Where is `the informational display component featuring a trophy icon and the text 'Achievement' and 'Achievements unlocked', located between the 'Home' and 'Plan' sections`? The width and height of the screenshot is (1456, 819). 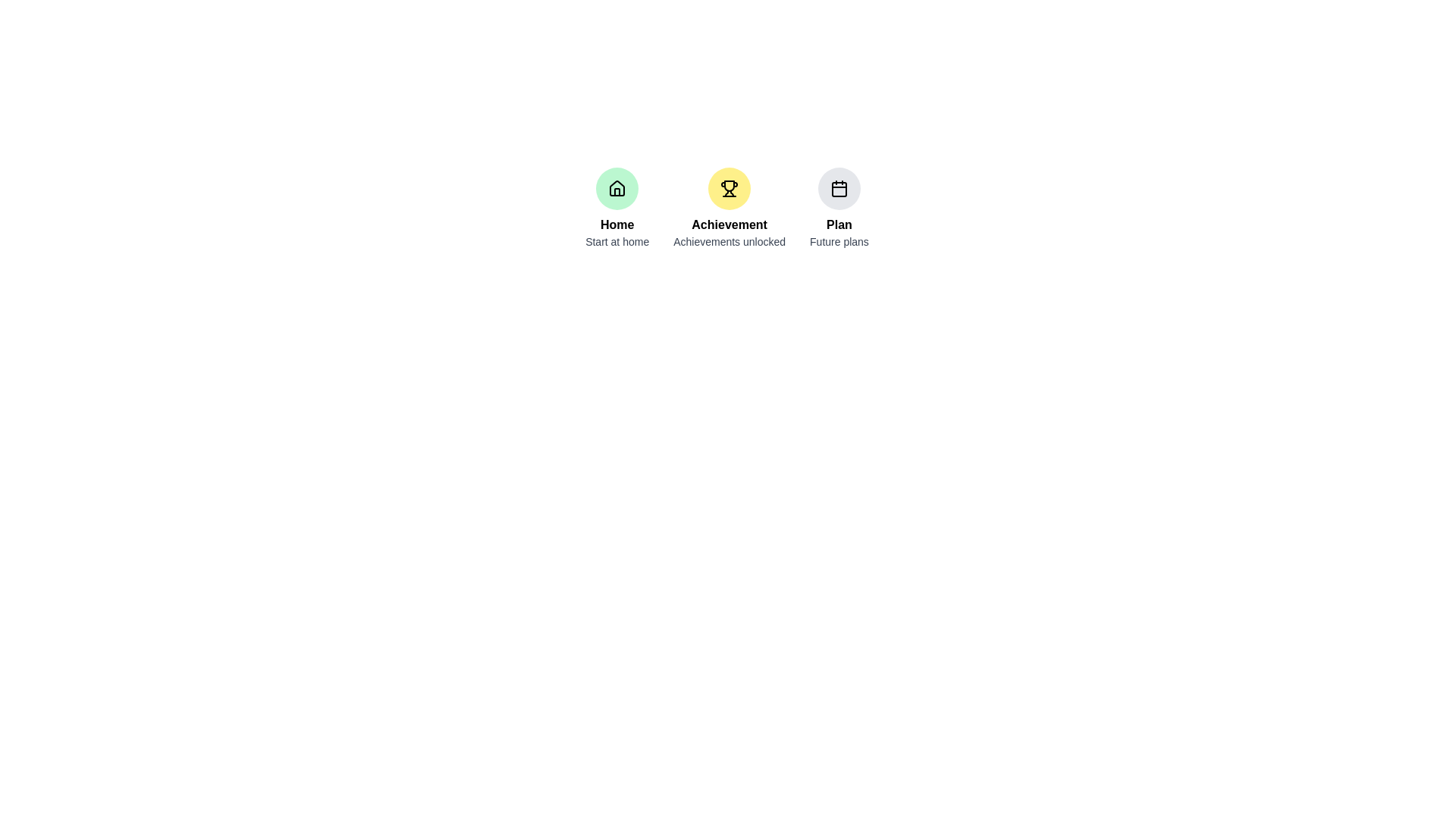 the informational display component featuring a trophy icon and the text 'Achievement' and 'Achievements unlocked', located between the 'Home' and 'Plan' sections is located at coordinates (730, 208).